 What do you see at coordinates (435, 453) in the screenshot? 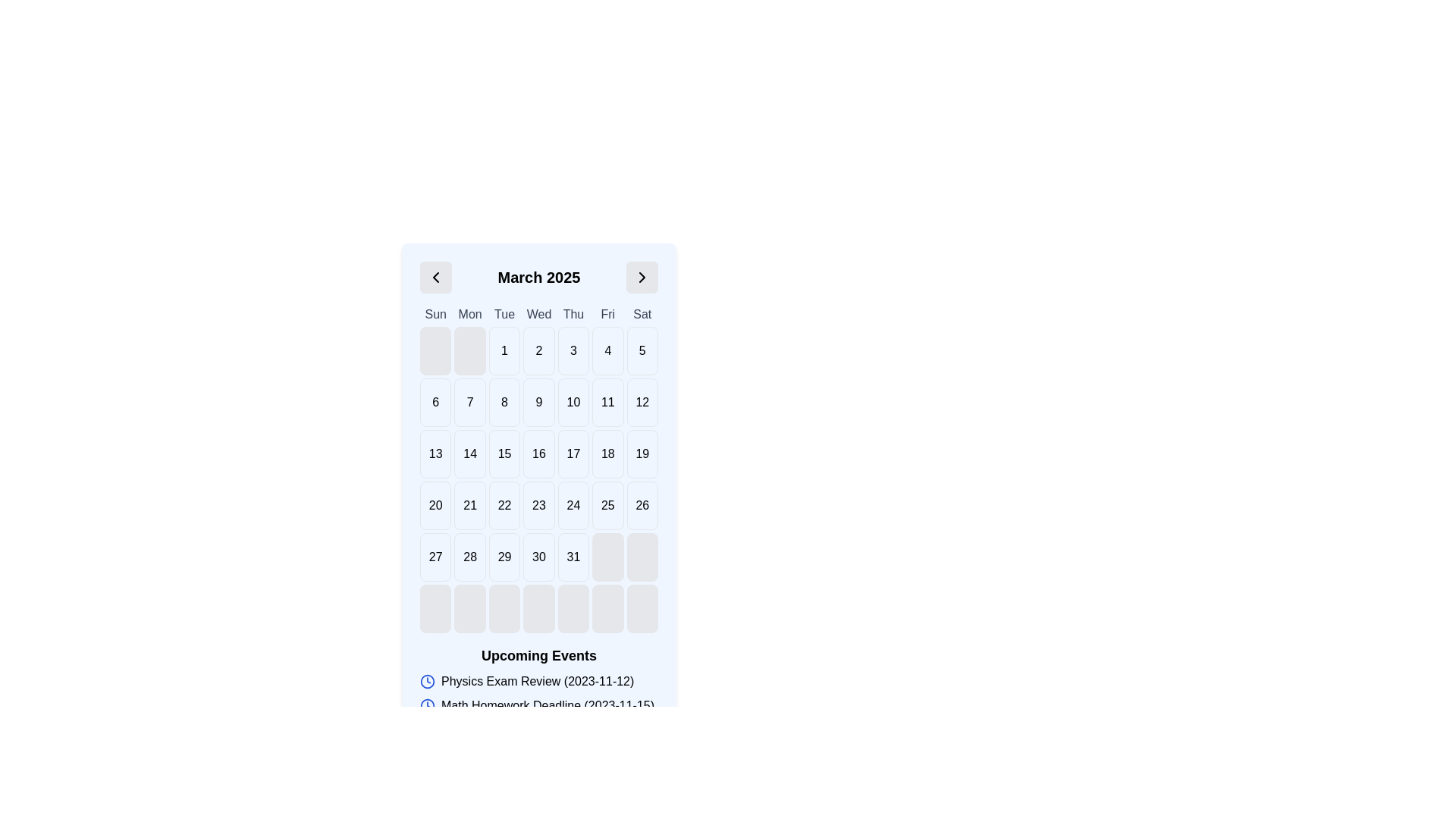
I see `the grid cell representing the date 13th of March 2025` at bounding box center [435, 453].